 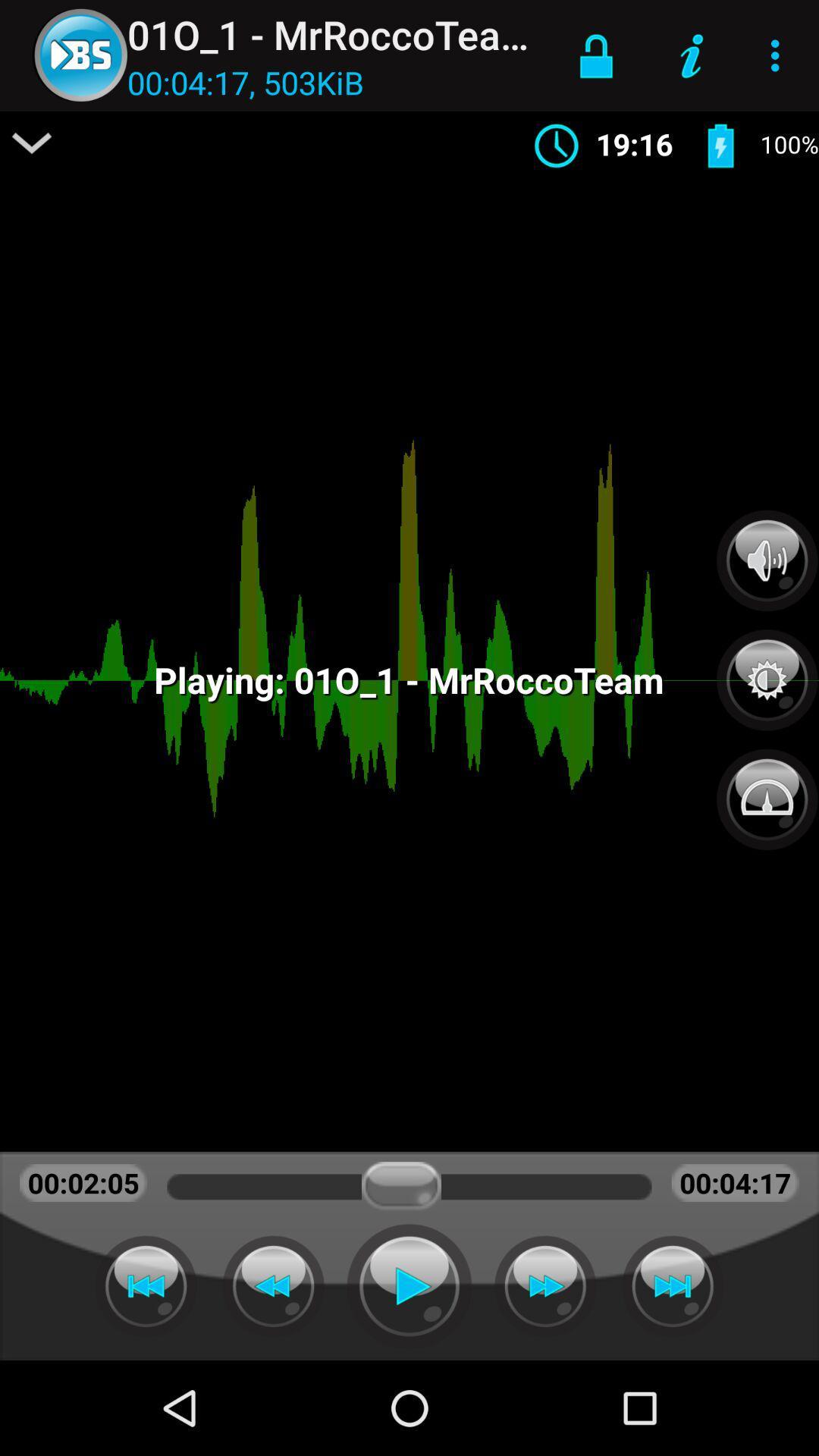 I want to click on more options, so click(x=32, y=143).